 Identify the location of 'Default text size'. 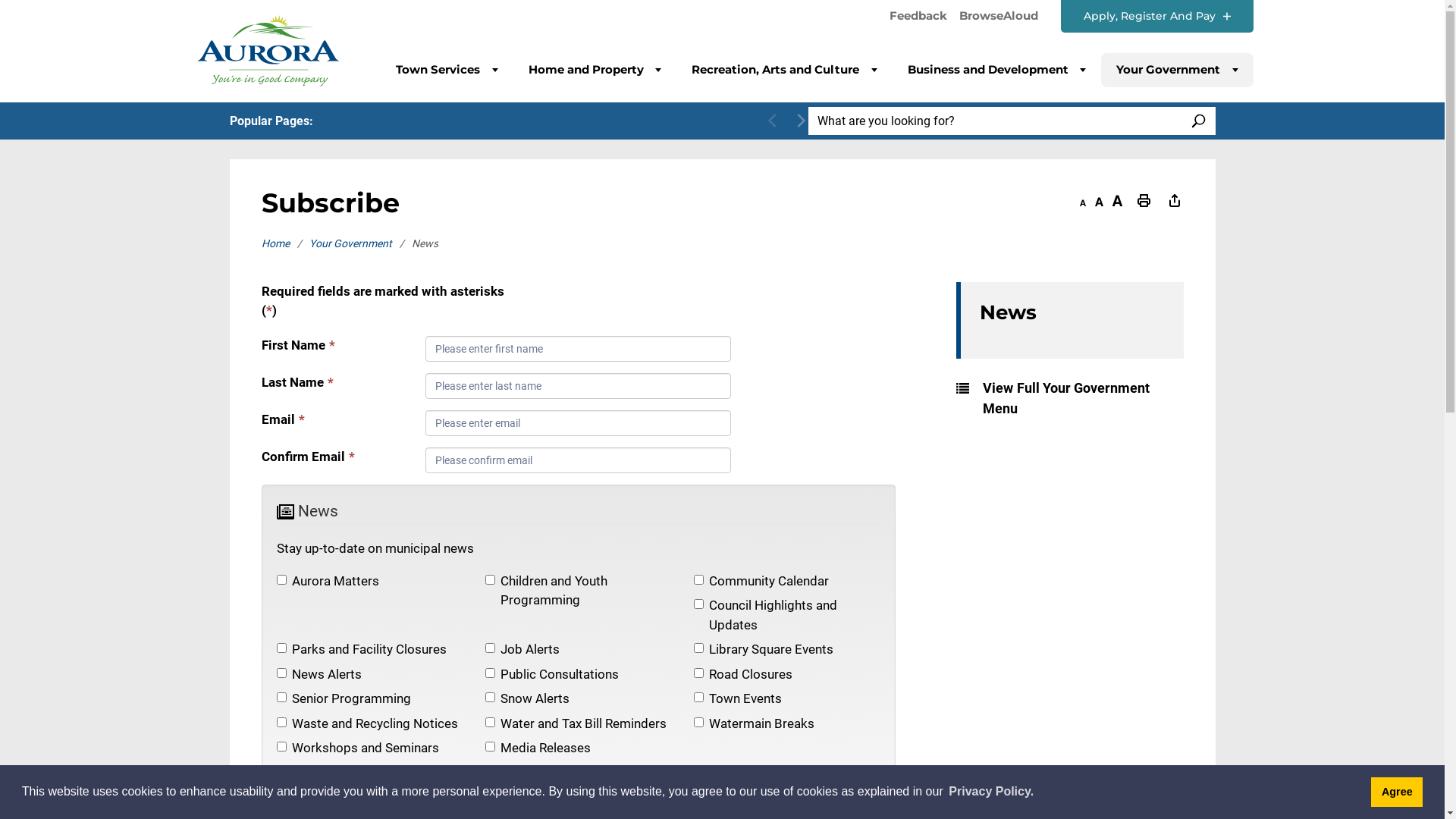
(1099, 201).